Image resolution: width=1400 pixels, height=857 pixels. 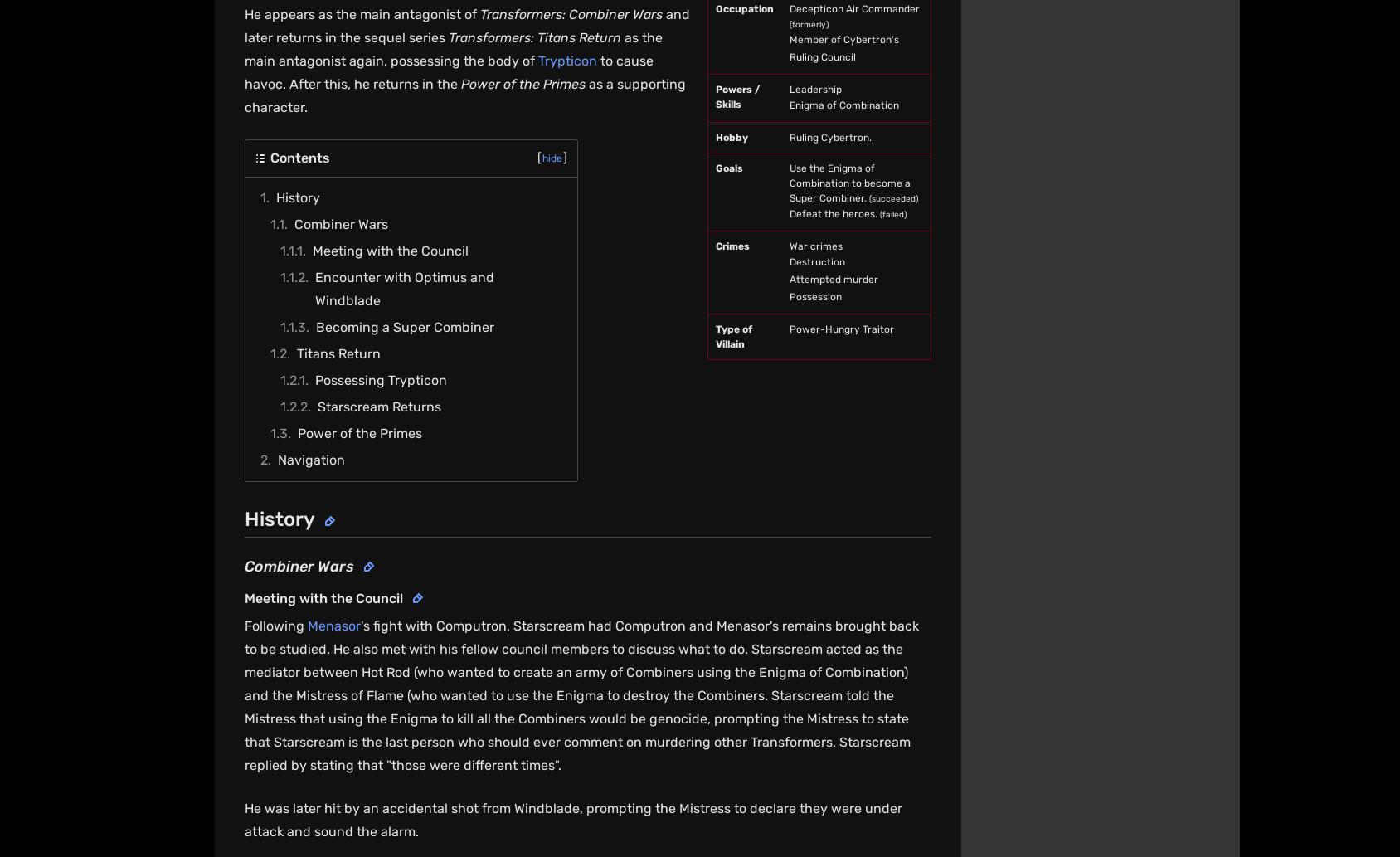 I want to click on 'Take your favorite fandoms with you and never miss a beat.', so click(x=1028, y=492).